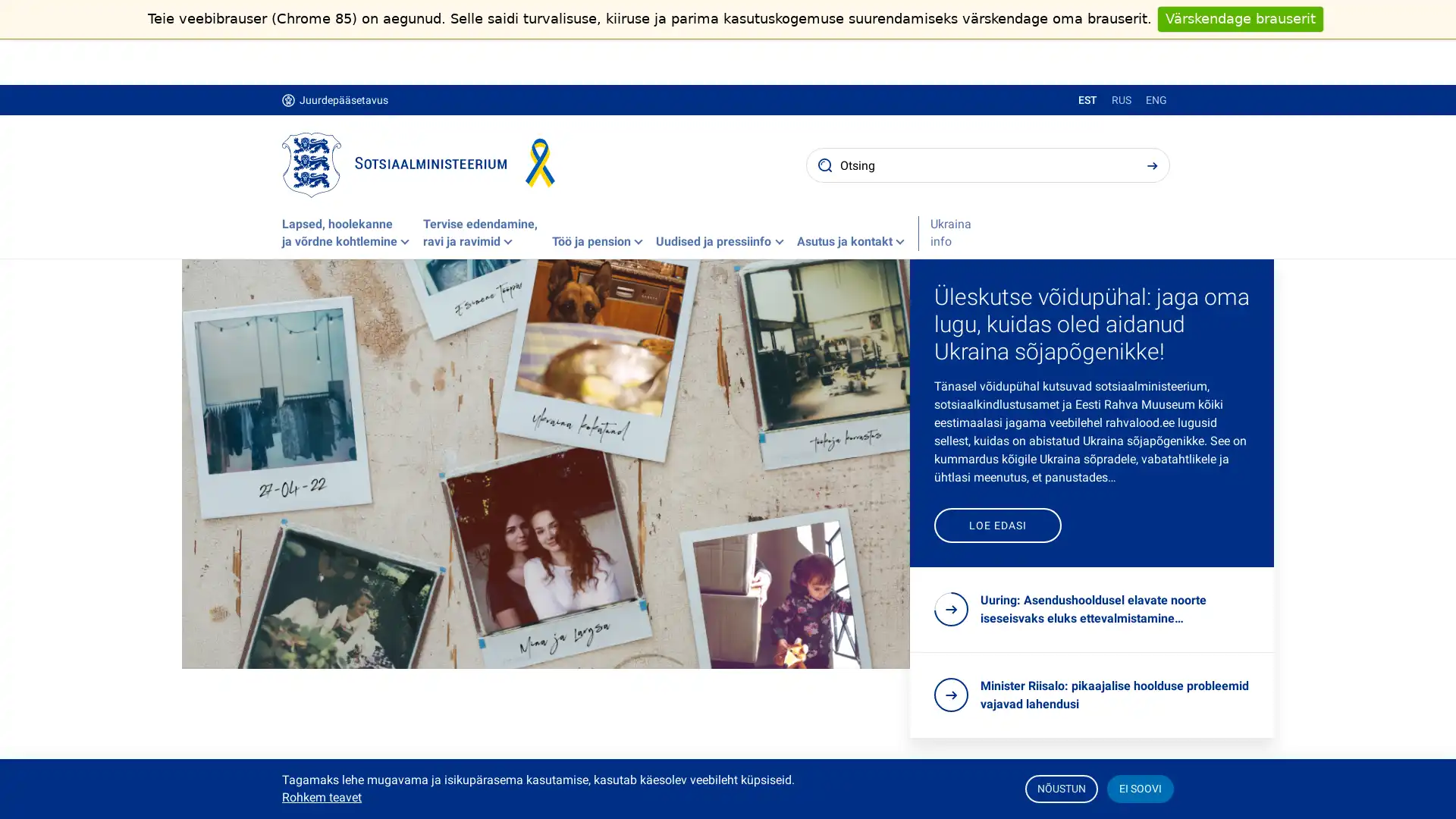 The height and width of the screenshot is (819, 1456). I want to click on Search, so click(1151, 165).